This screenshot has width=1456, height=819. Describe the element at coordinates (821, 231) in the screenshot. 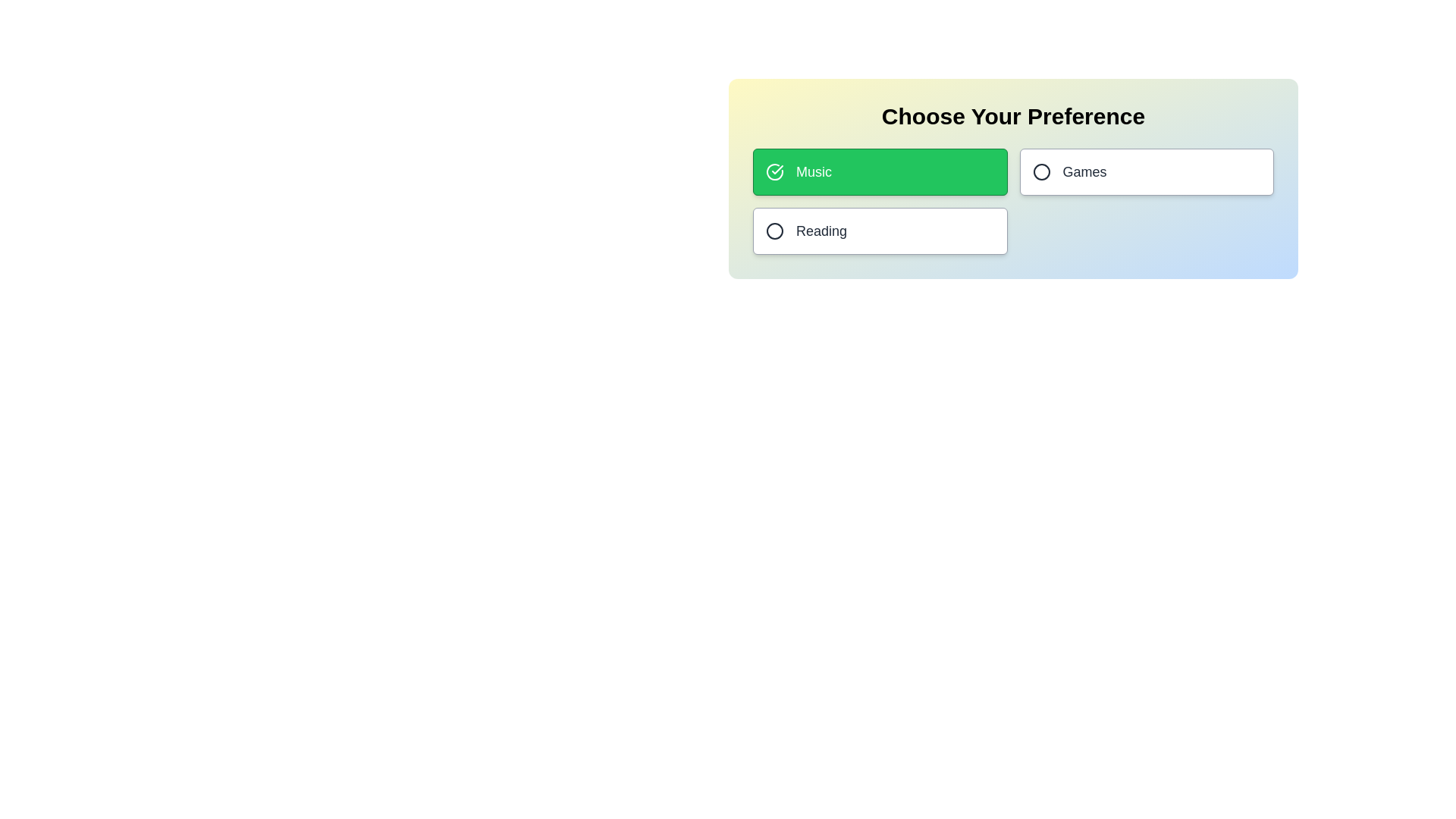

I see `the text label displaying 'Reading', which is located to the right of the radio button in the selectable option area below 'Music' and 'Games'` at that location.